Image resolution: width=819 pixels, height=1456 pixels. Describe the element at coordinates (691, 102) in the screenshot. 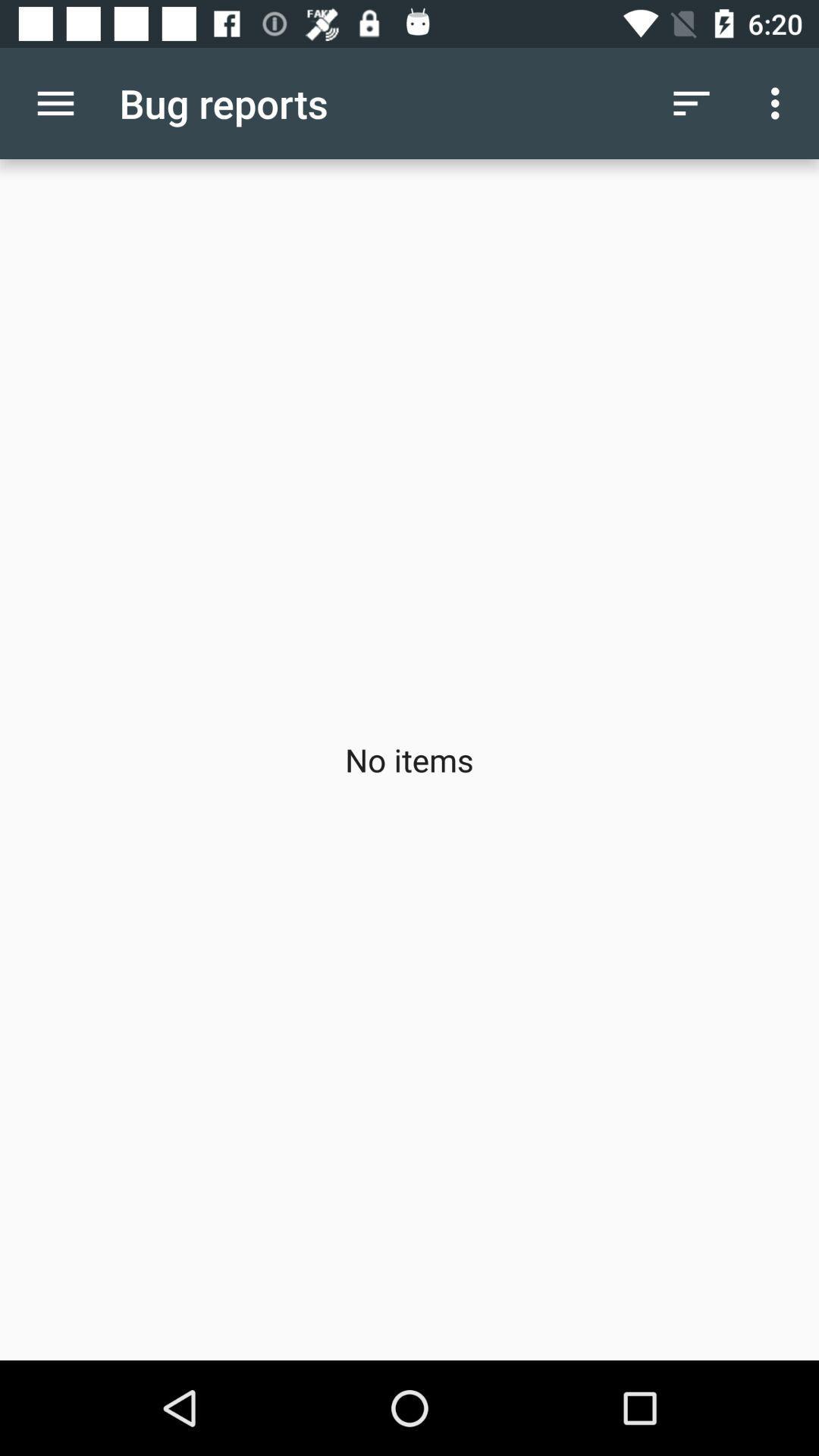

I see `item above no items app` at that location.